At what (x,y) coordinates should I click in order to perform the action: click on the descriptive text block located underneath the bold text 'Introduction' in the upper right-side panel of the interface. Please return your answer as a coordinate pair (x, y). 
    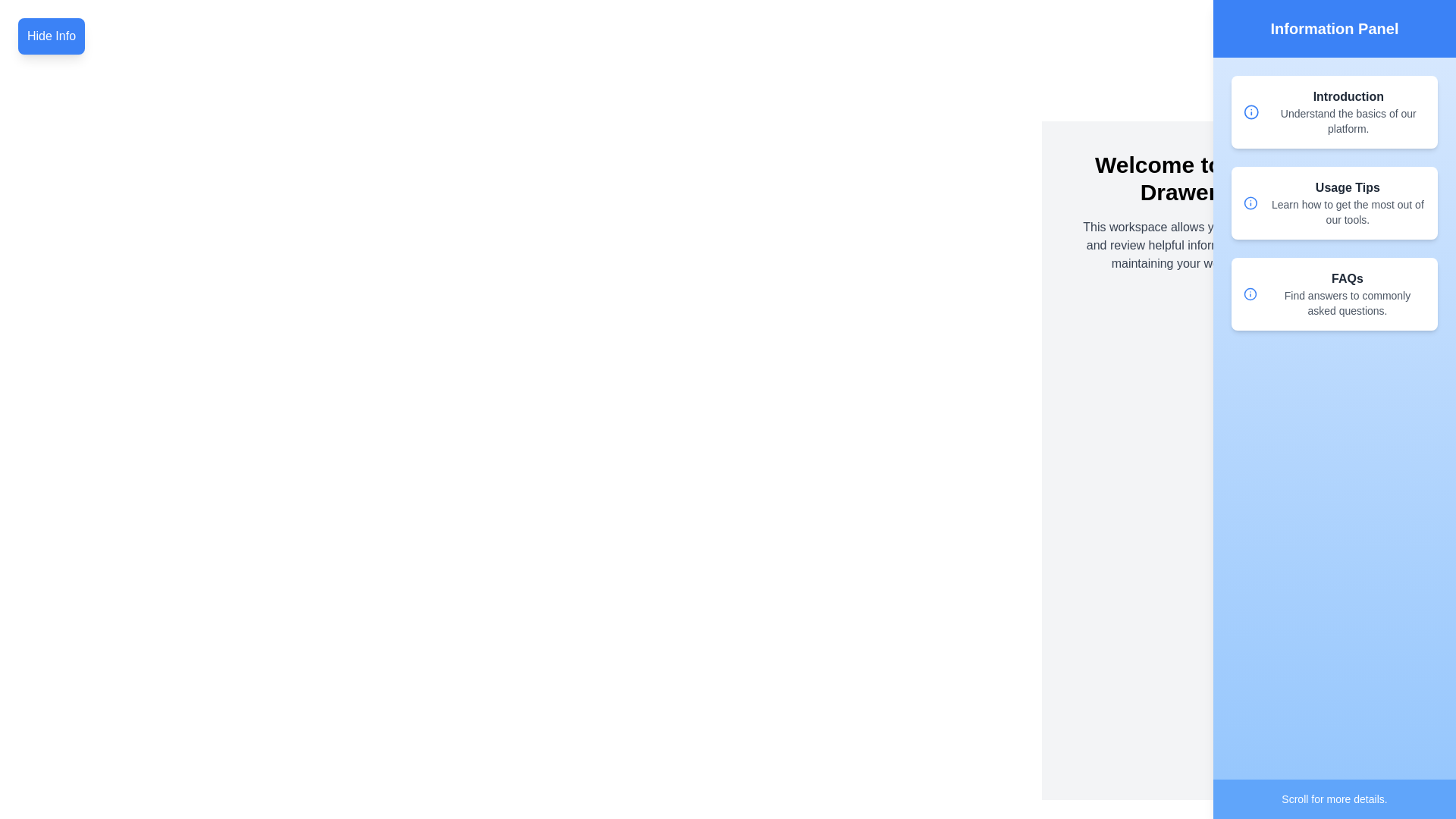
    Looking at the image, I should click on (1348, 120).